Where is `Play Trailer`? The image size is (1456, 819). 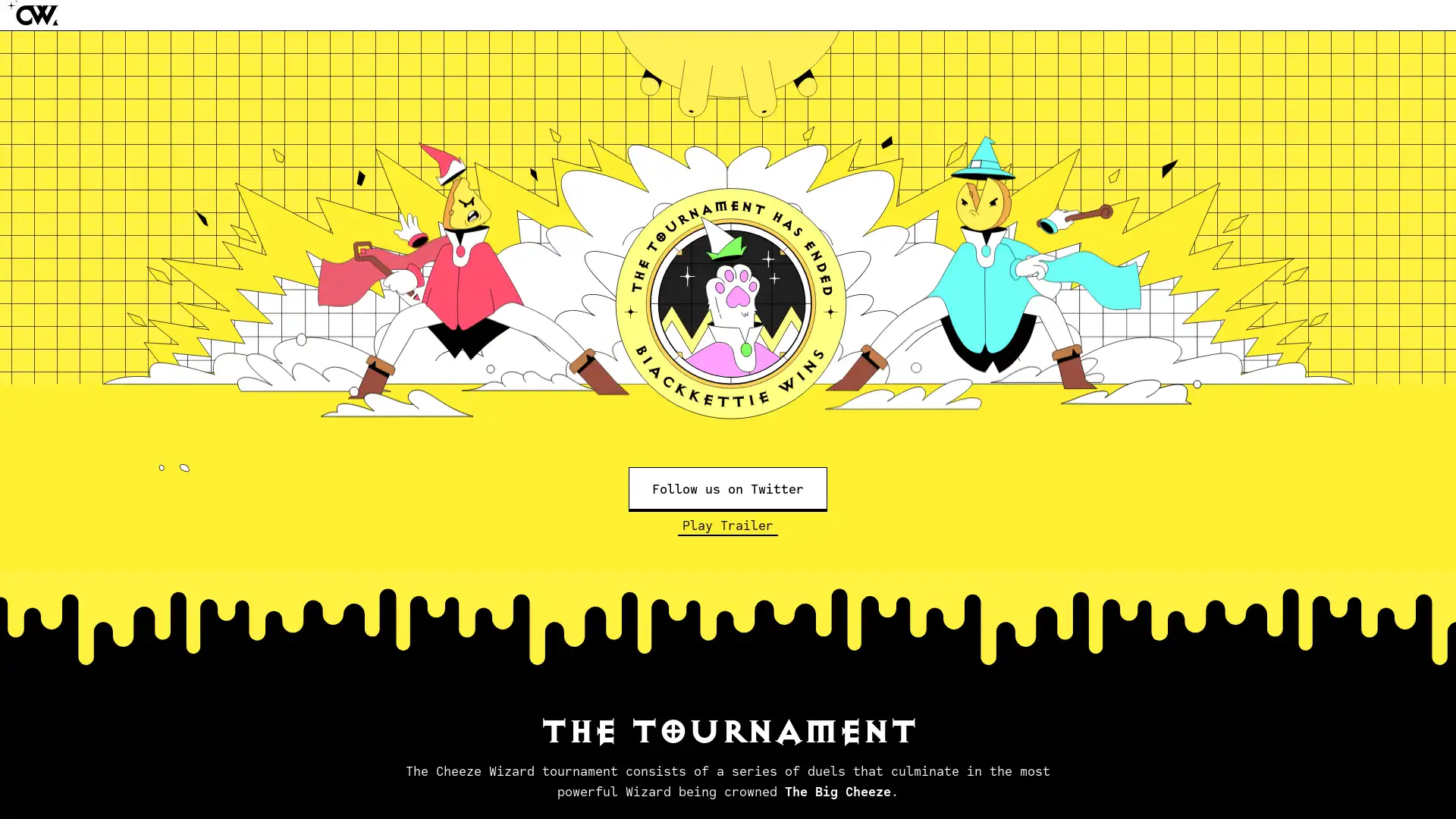
Play Trailer is located at coordinates (728, 526).